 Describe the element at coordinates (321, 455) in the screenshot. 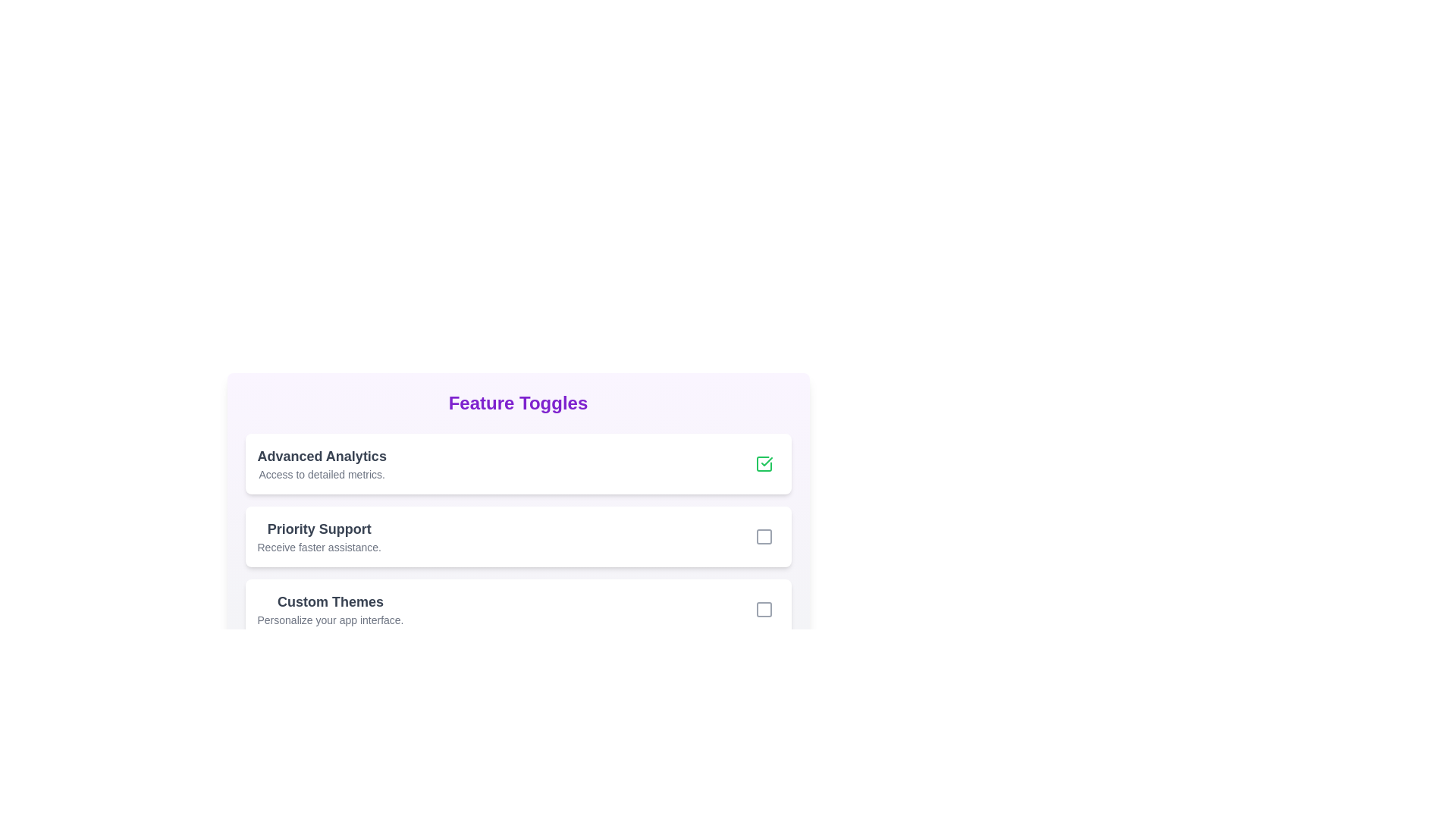

I see `the 'Advanced Analytics' text label, which serves as the title for the feature toggle section, located at the top of the list` at that location.